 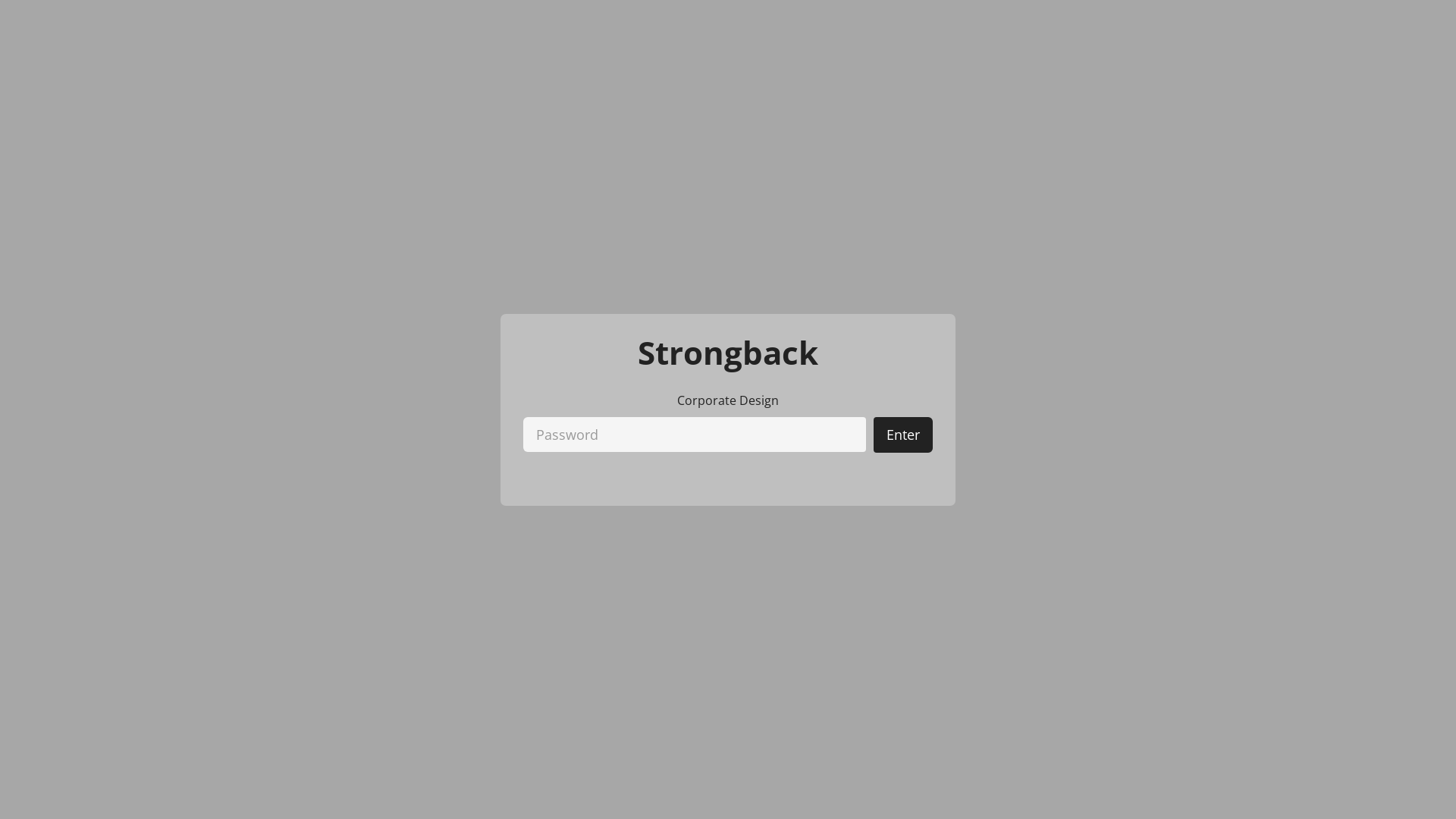 What do you see at coordinates (902, 435) in the screenshot?
I see `'Enter'` at bounding box center [902, 435].